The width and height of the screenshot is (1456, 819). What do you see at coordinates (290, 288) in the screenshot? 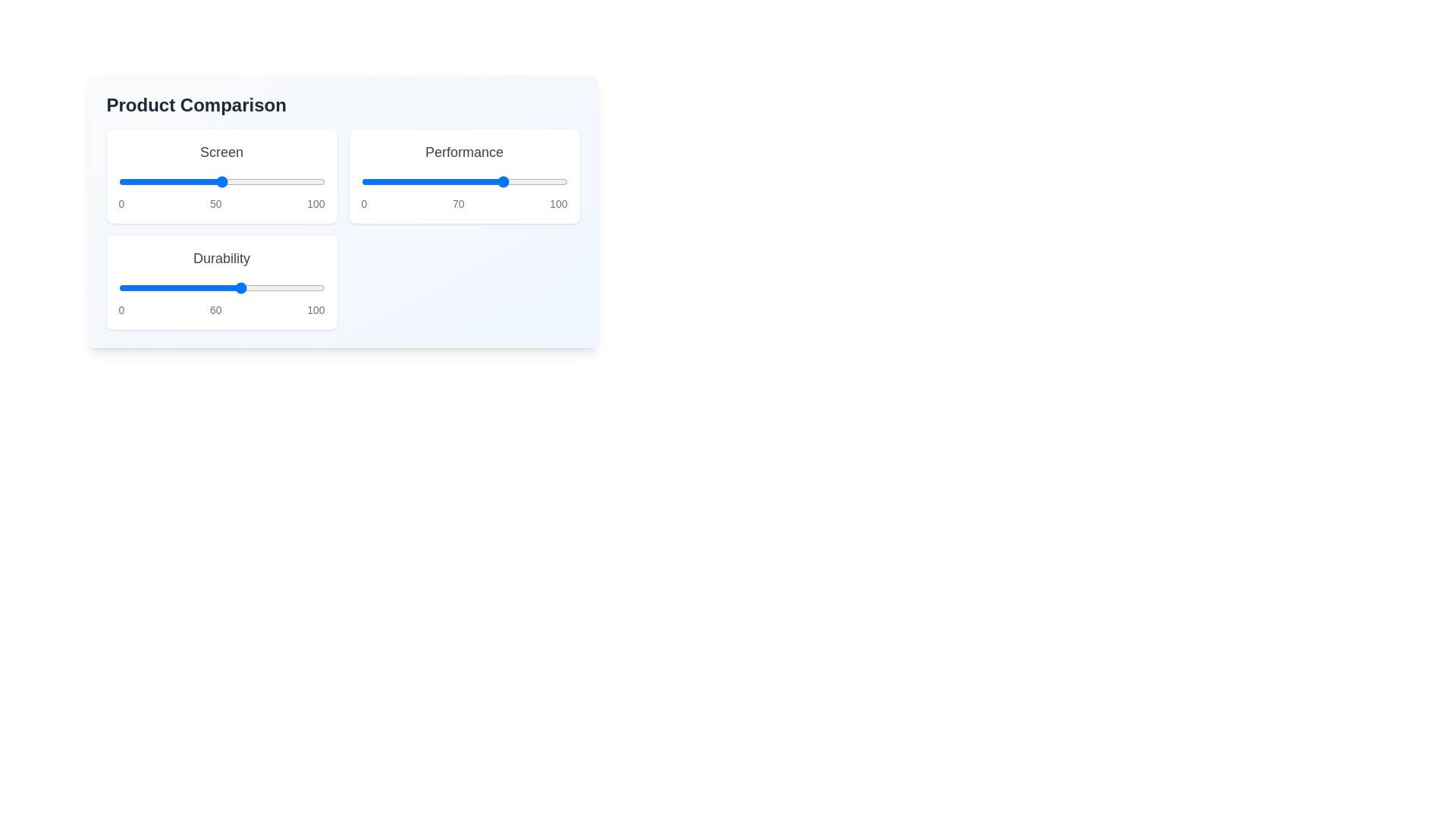
I see `the 'Durability' slider to 83` at bounding box center [290, 288].